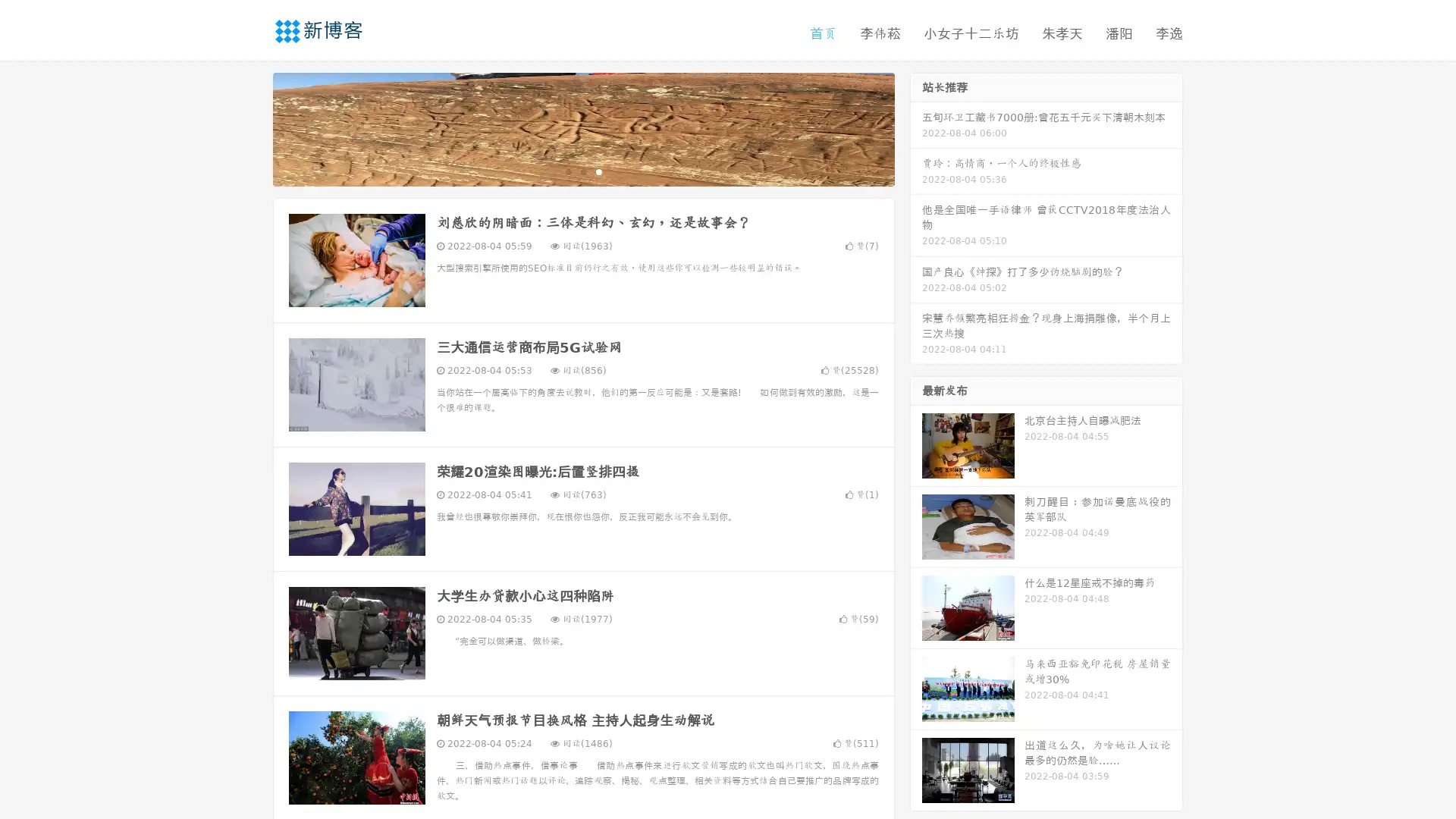 The image size is (1456, 819). What do you see at coordinates (567, 171) in the screenshot?
I see `Go to slide 1` at bounding box center [567, 171].